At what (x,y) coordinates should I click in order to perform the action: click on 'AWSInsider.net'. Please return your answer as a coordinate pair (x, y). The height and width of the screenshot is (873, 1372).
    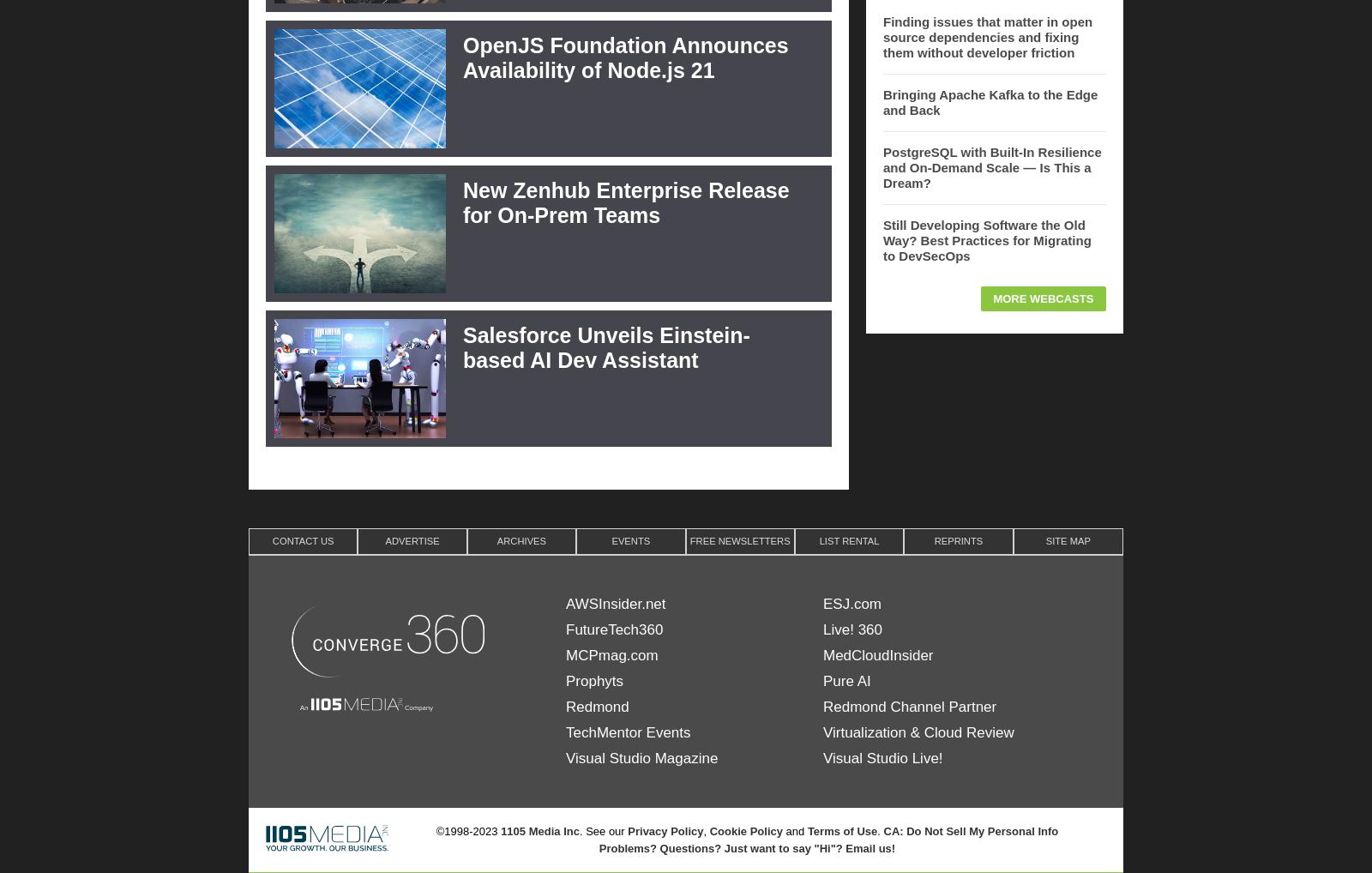
    Looking at the image, I should click on (615, 603).